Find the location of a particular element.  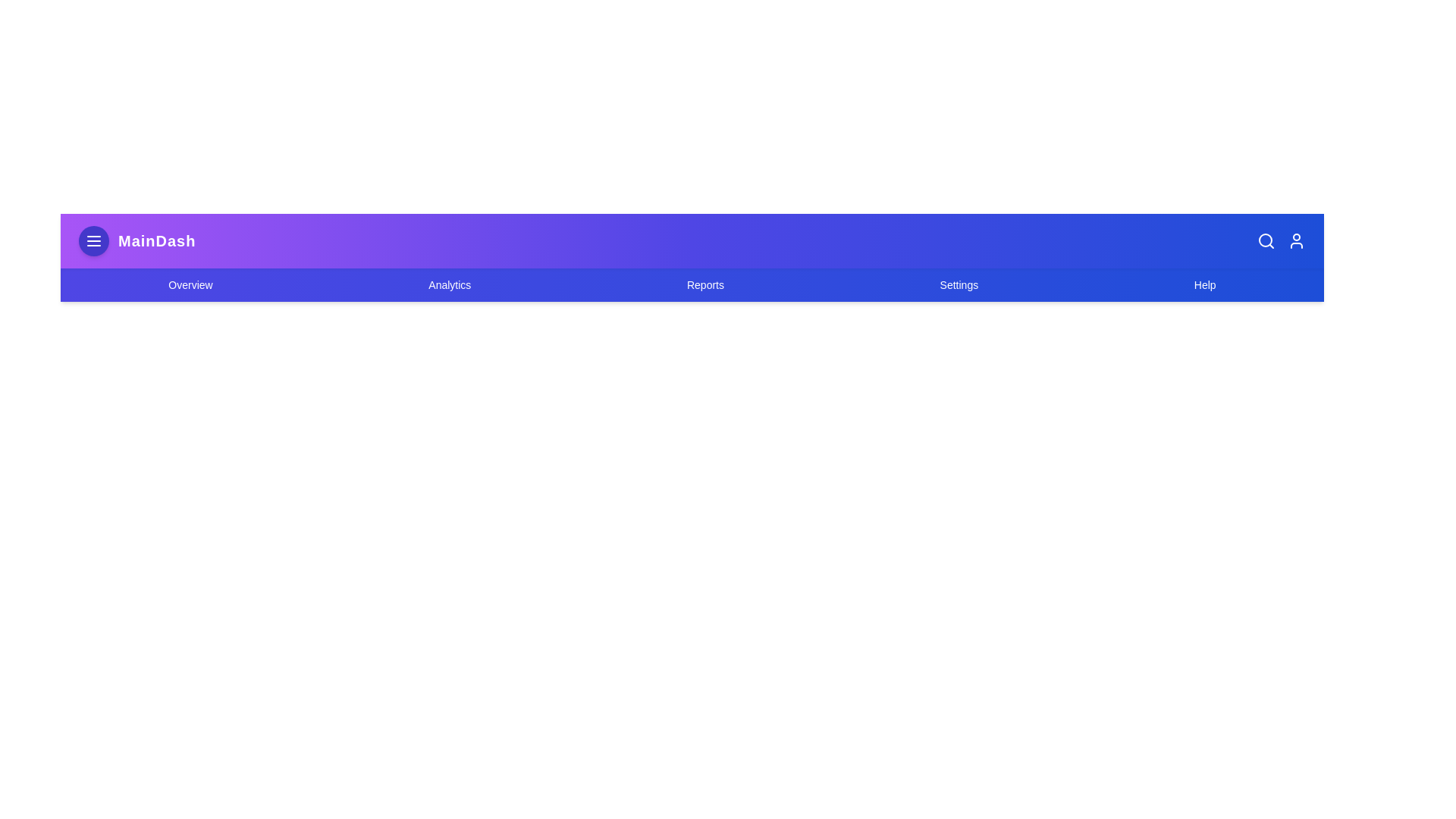

the navigation link Overview to navigate to its respective section is located at coordinates (189, 284).